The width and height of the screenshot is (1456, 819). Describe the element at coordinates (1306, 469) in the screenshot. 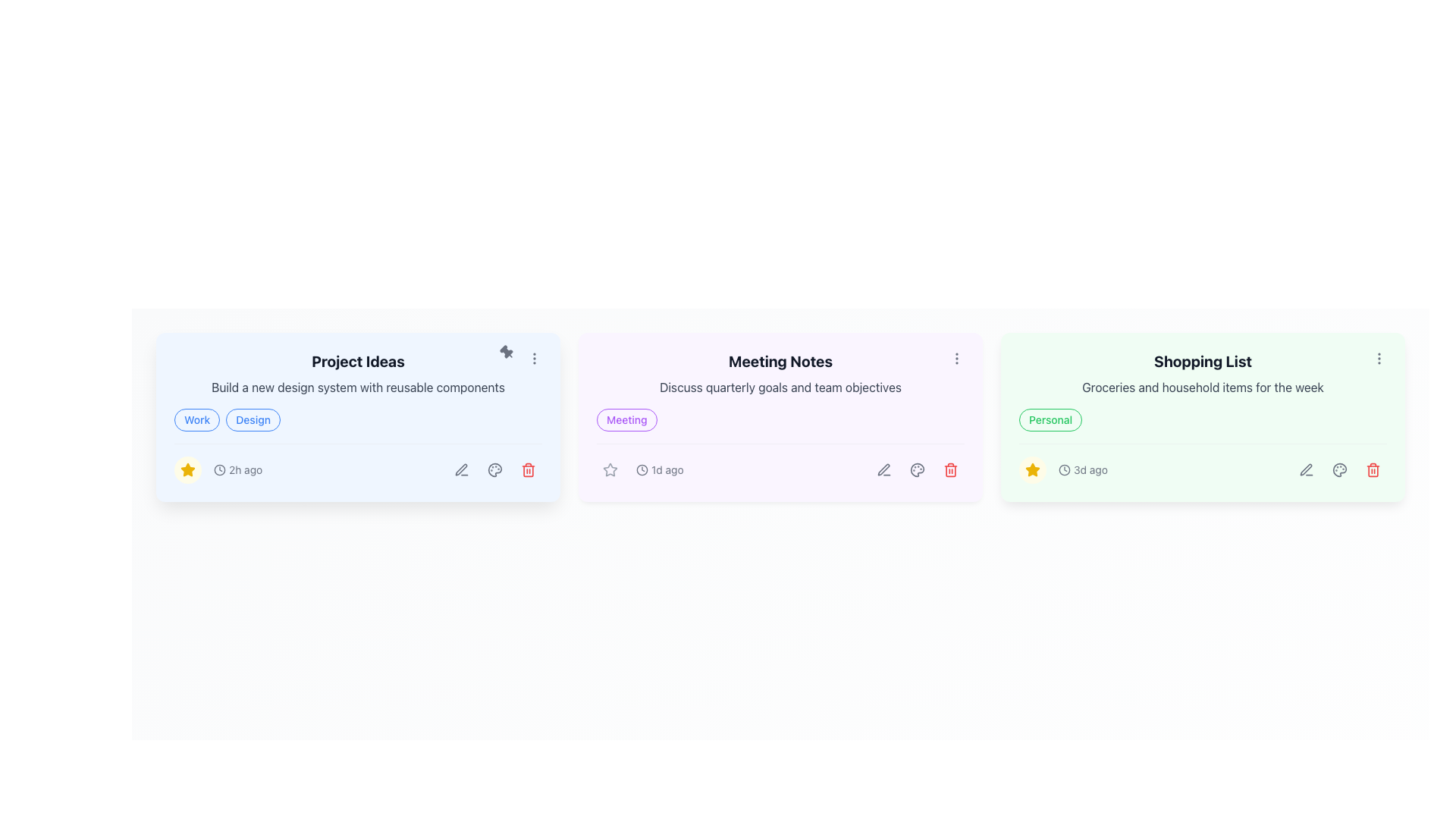

I see `the pen-shaped icon button located at the bottom action bar of the 'Shopping List' card to initiate editing functionality` at that location.